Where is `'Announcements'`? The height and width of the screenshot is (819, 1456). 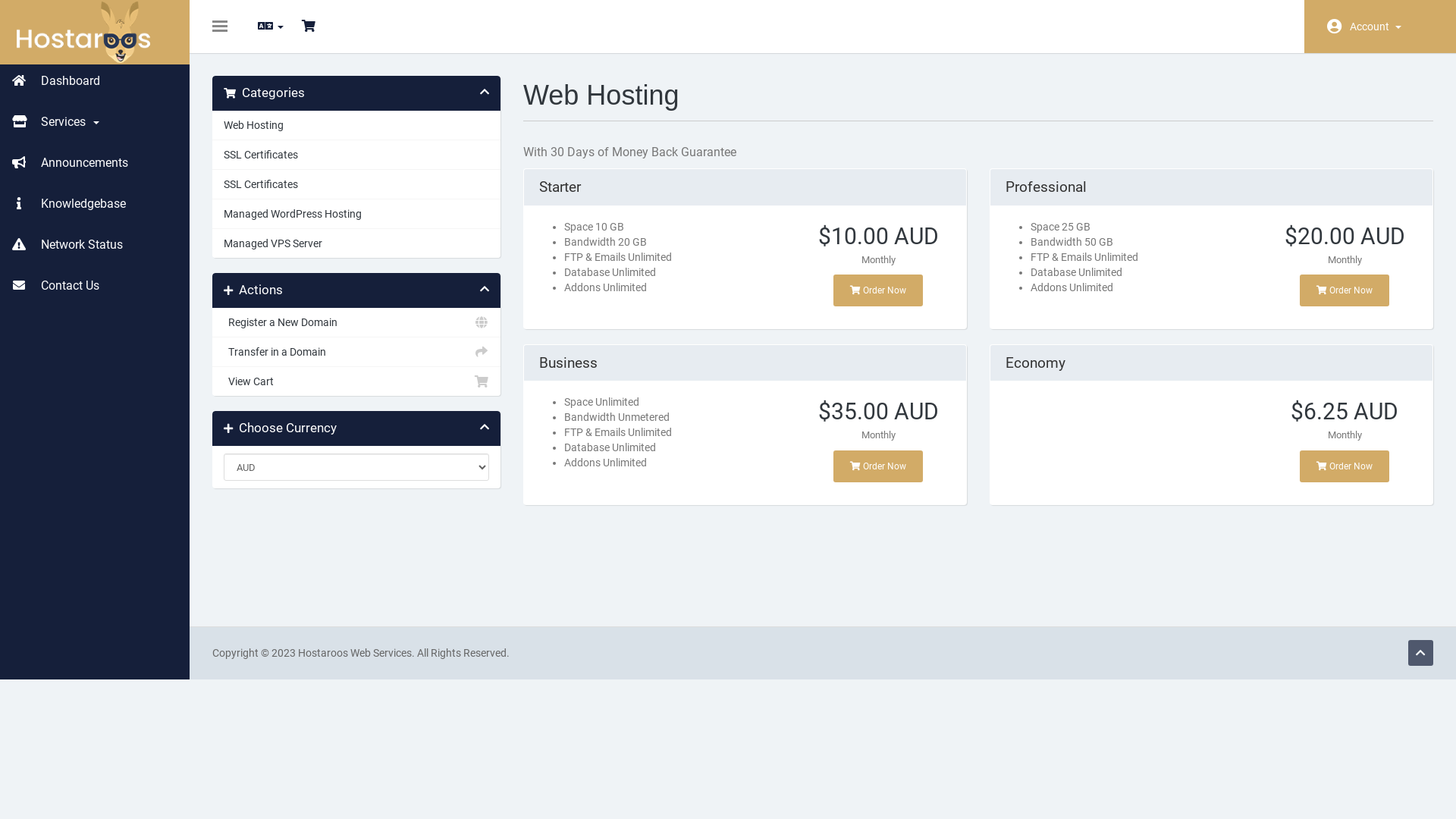 'Announcements' is located at coordinates (93, 163).